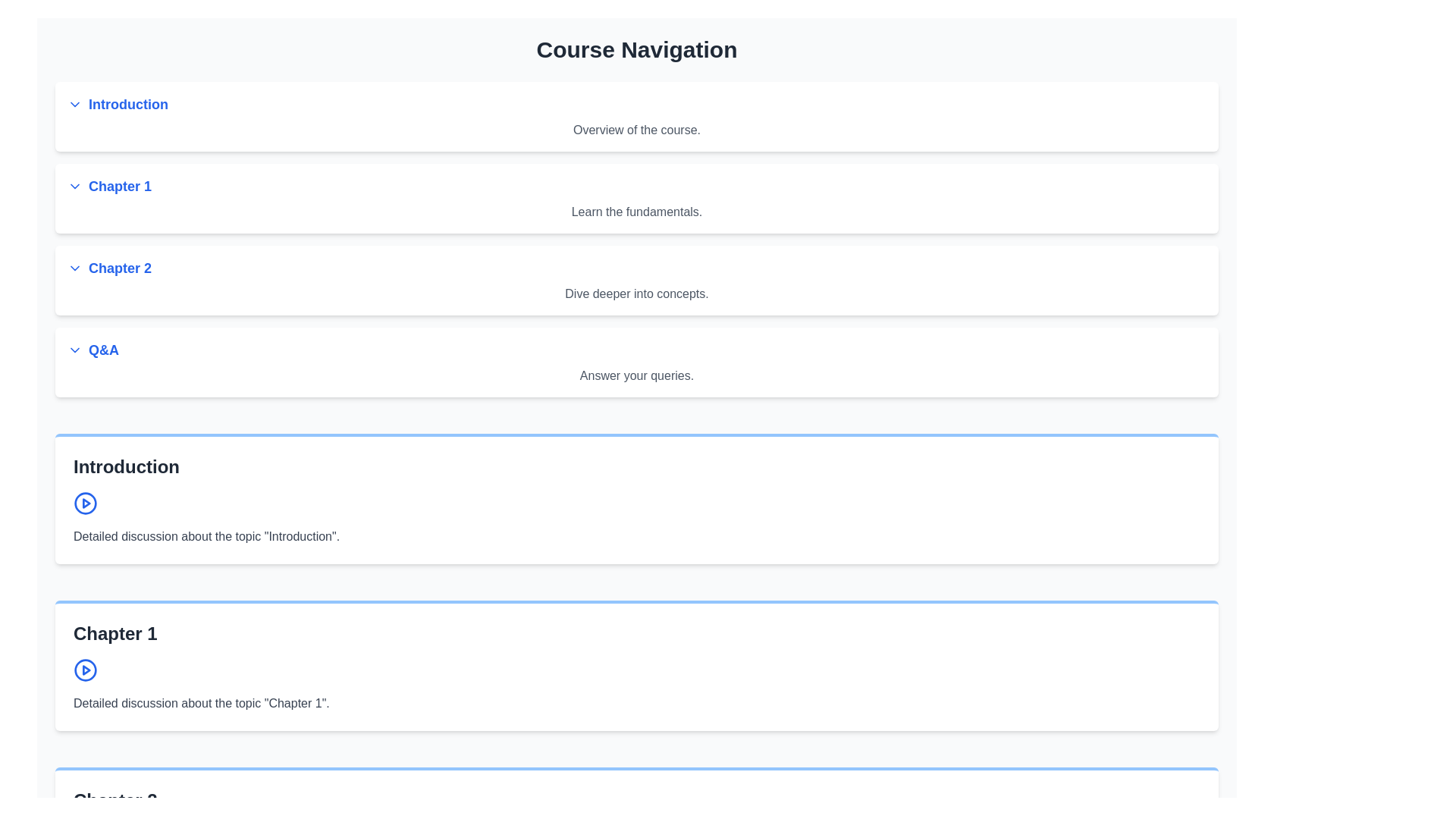 Image resolution: width=1456 pixels, height=819 pixels. I want to click on the text block stating 'Detailed discussion about the topic "Chapter 1"', so click(200, 704).